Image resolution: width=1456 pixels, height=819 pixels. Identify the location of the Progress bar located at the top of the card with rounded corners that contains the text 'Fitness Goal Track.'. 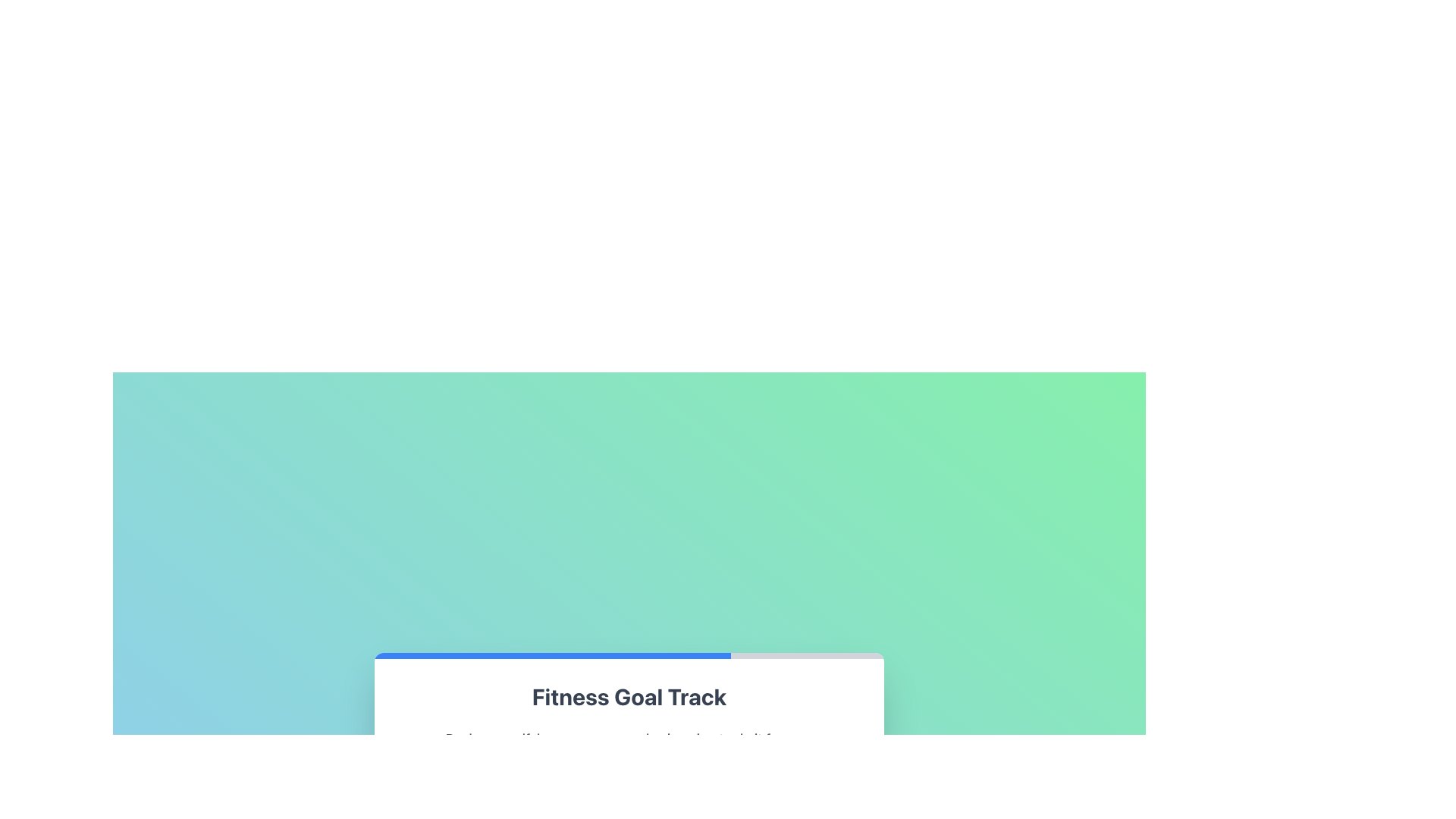
(629, 654).